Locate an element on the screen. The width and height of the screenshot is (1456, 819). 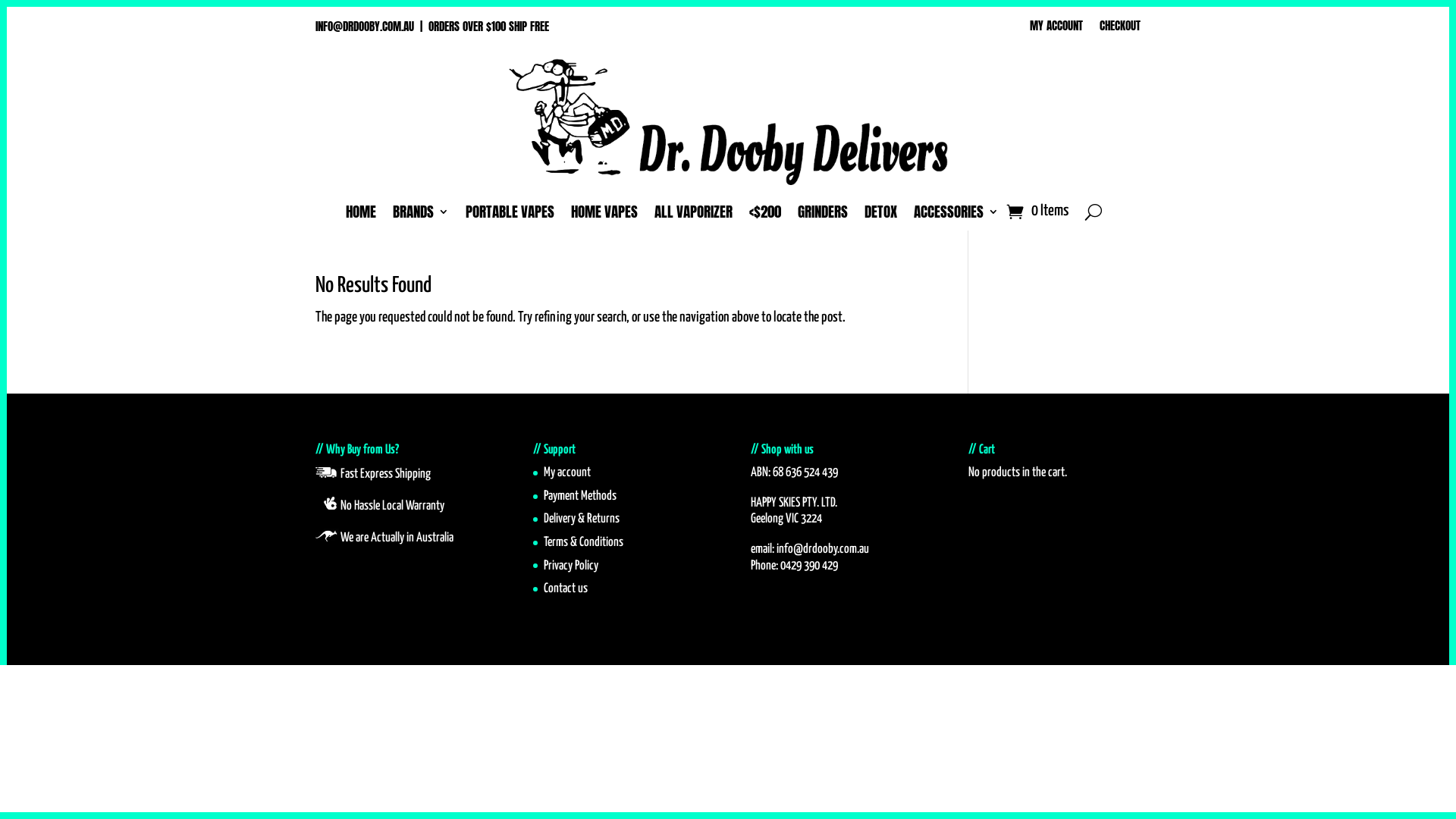
'0 Items' is located at coordinates (1037, 211).